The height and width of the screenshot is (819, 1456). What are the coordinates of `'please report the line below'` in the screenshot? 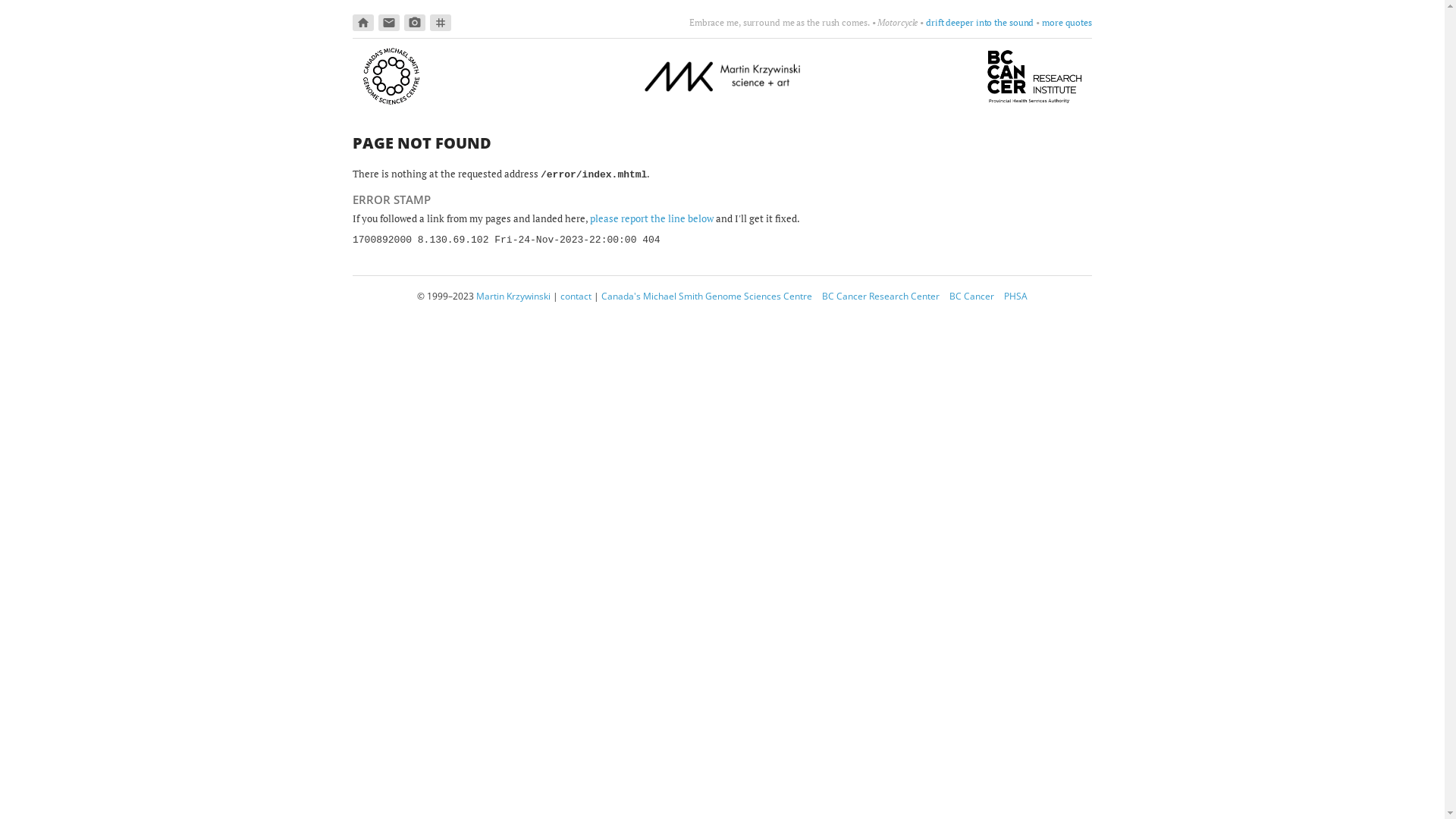 It's located at (588, 218).